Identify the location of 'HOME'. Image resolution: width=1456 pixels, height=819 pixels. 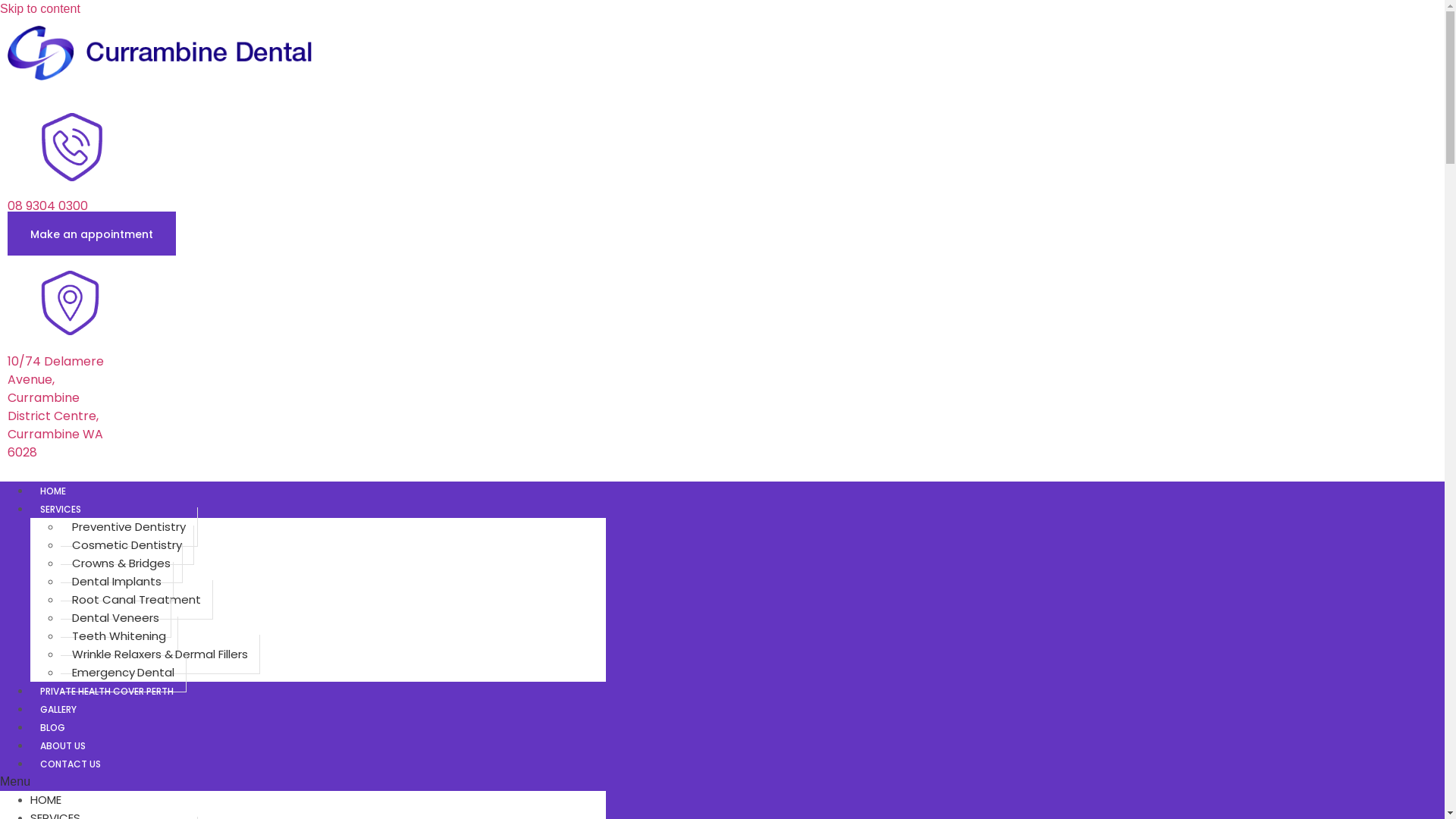
(53, 489).